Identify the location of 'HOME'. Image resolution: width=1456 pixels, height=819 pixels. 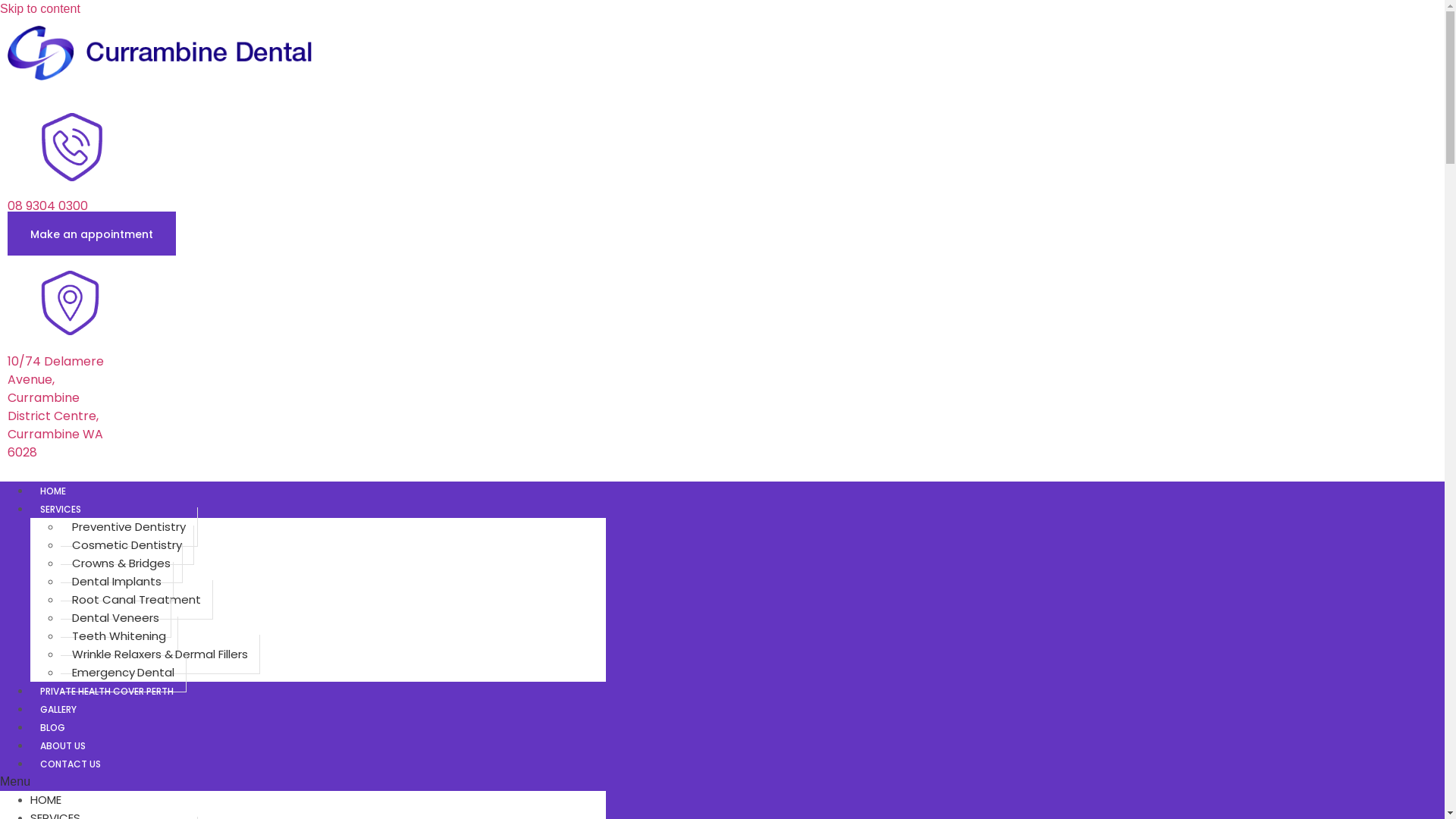
(53, 489).